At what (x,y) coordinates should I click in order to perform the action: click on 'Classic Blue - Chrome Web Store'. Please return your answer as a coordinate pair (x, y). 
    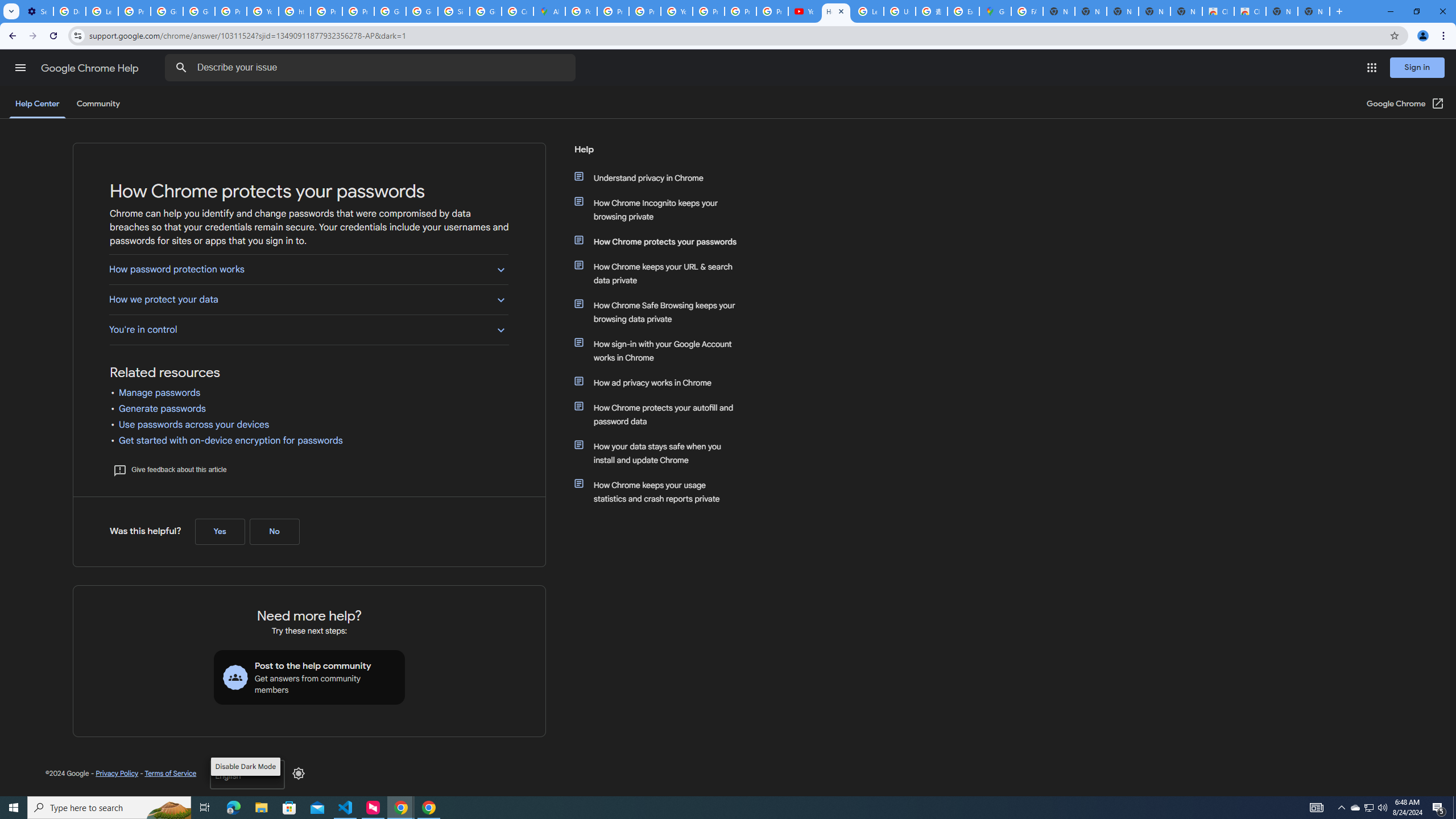
    Looking at the image, I should click on (1217, 11).